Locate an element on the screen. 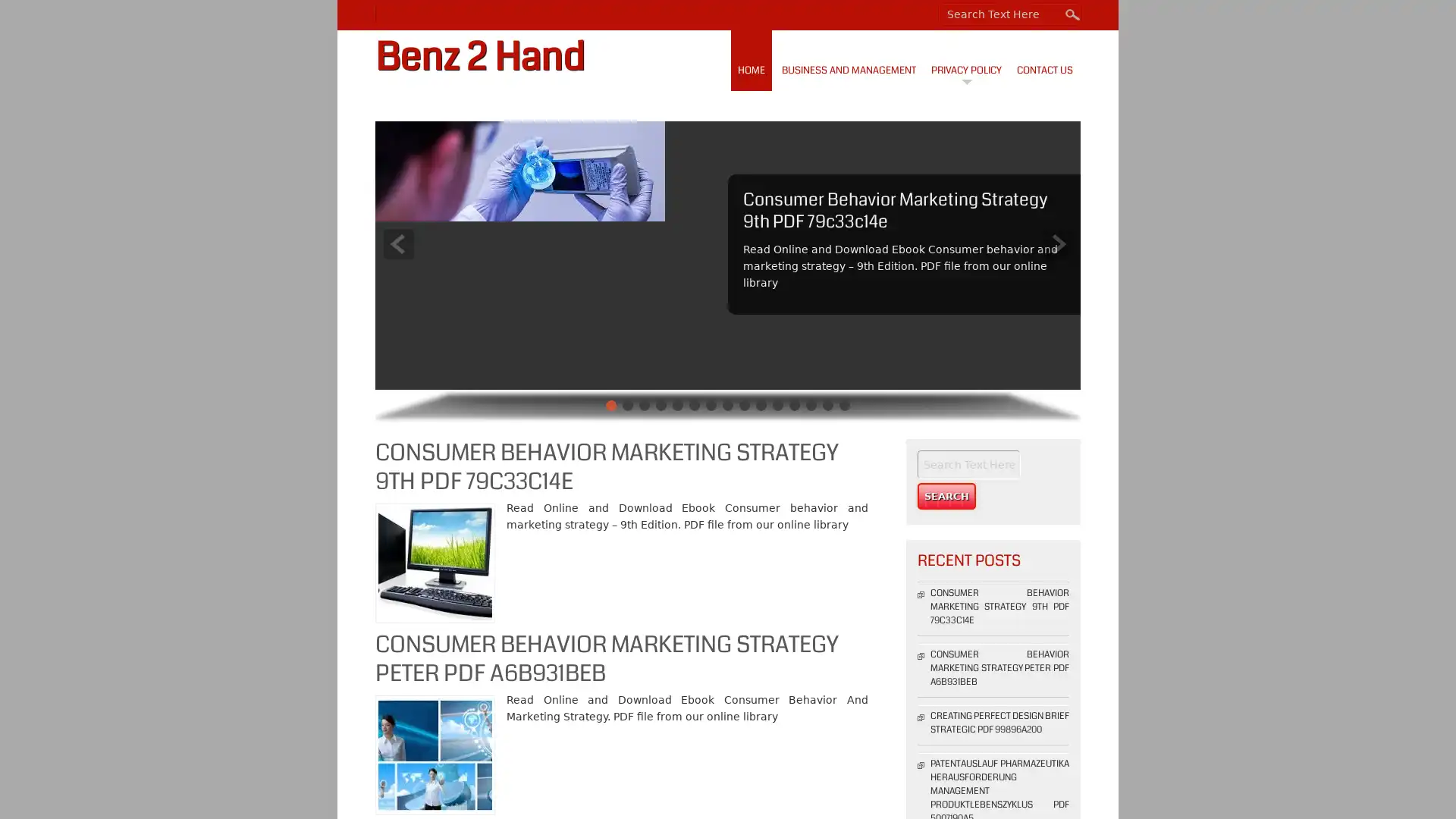 Image resolution: width=1456 pixels, height=819 pixels. Search is located at coordinates (946, 496).